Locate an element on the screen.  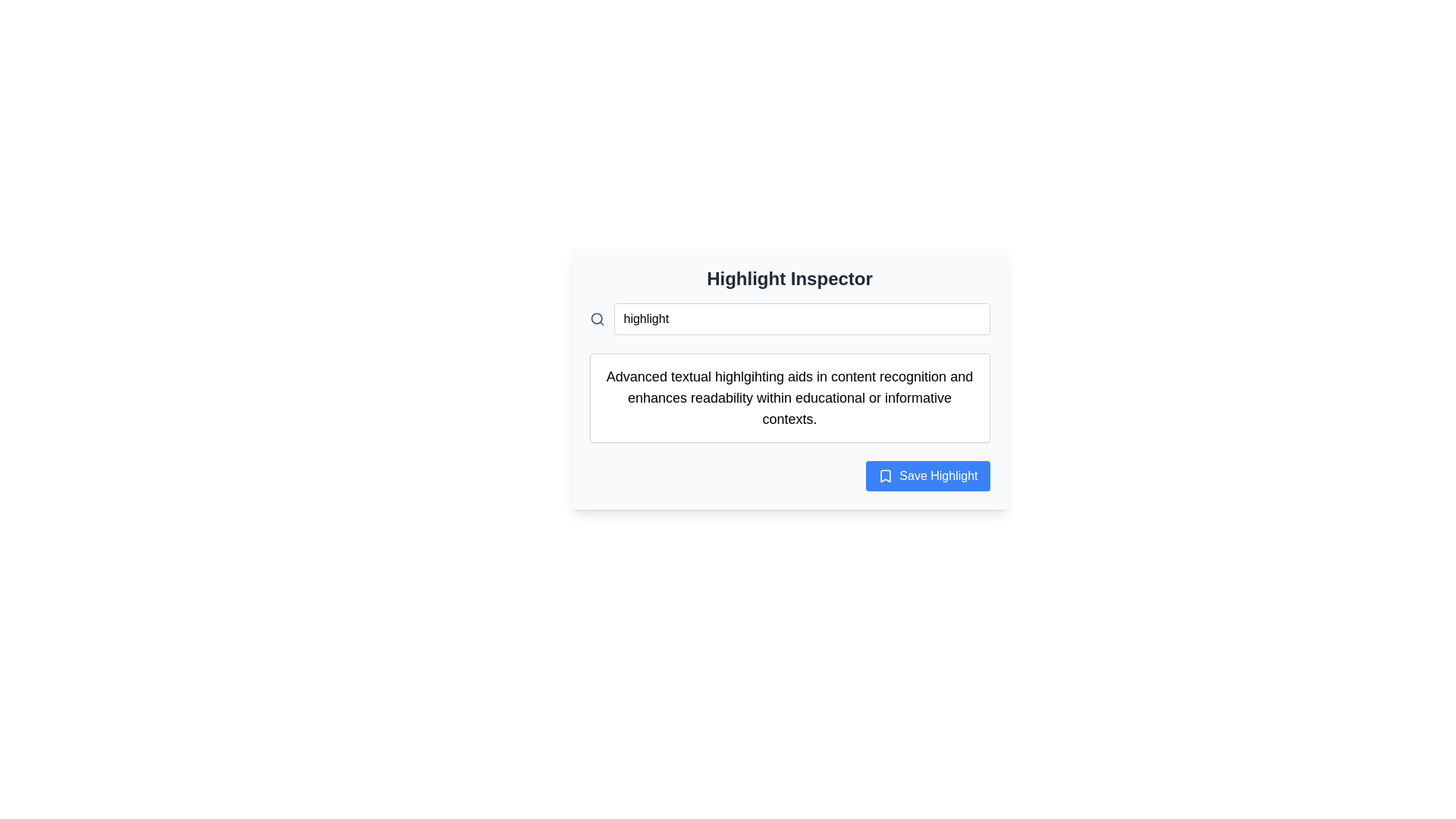
the magnifying glass icon used for search functionalities is located at coordinates (596, 318).